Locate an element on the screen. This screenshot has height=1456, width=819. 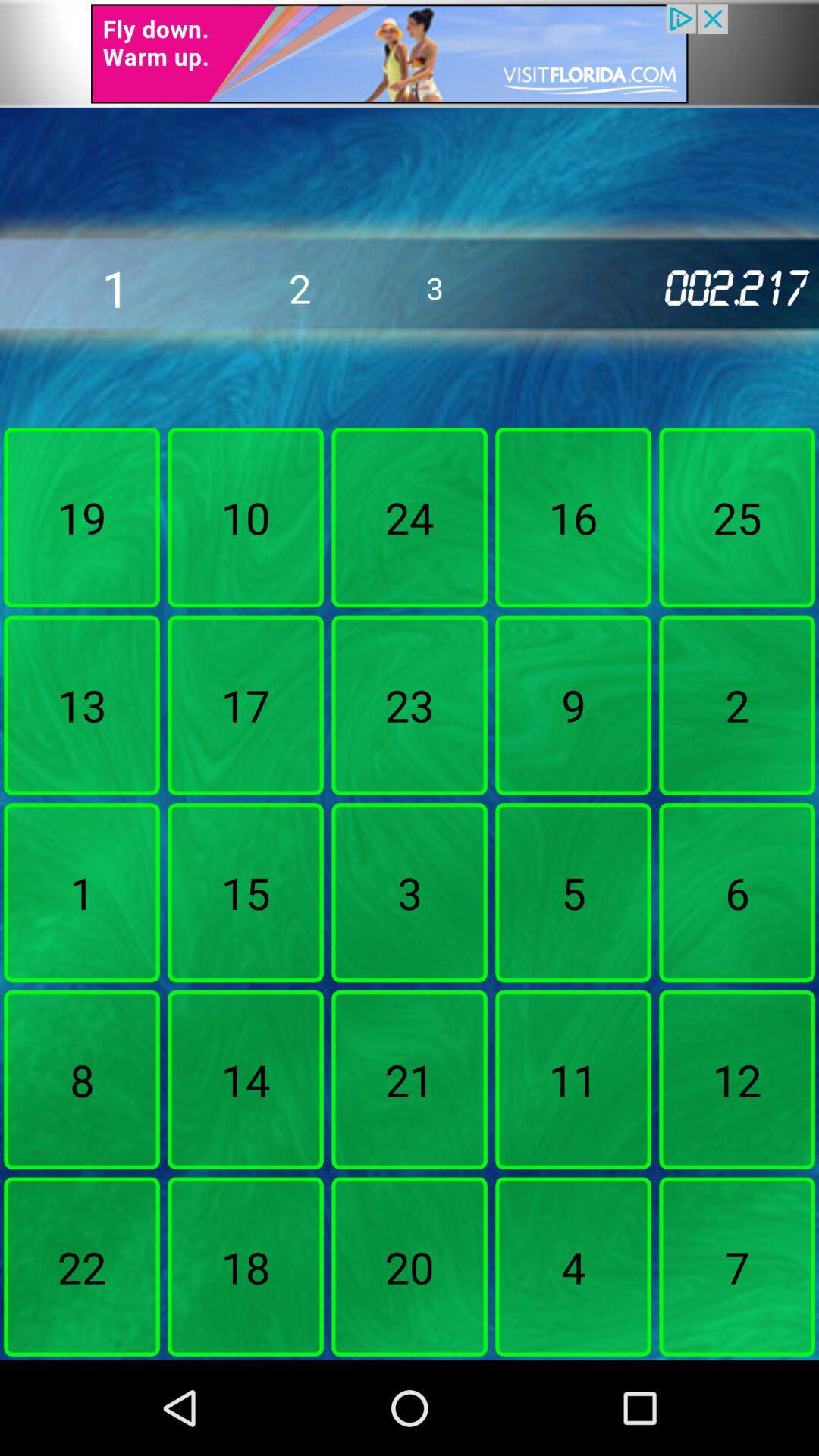
calculater is located at coordinates (409, 53).